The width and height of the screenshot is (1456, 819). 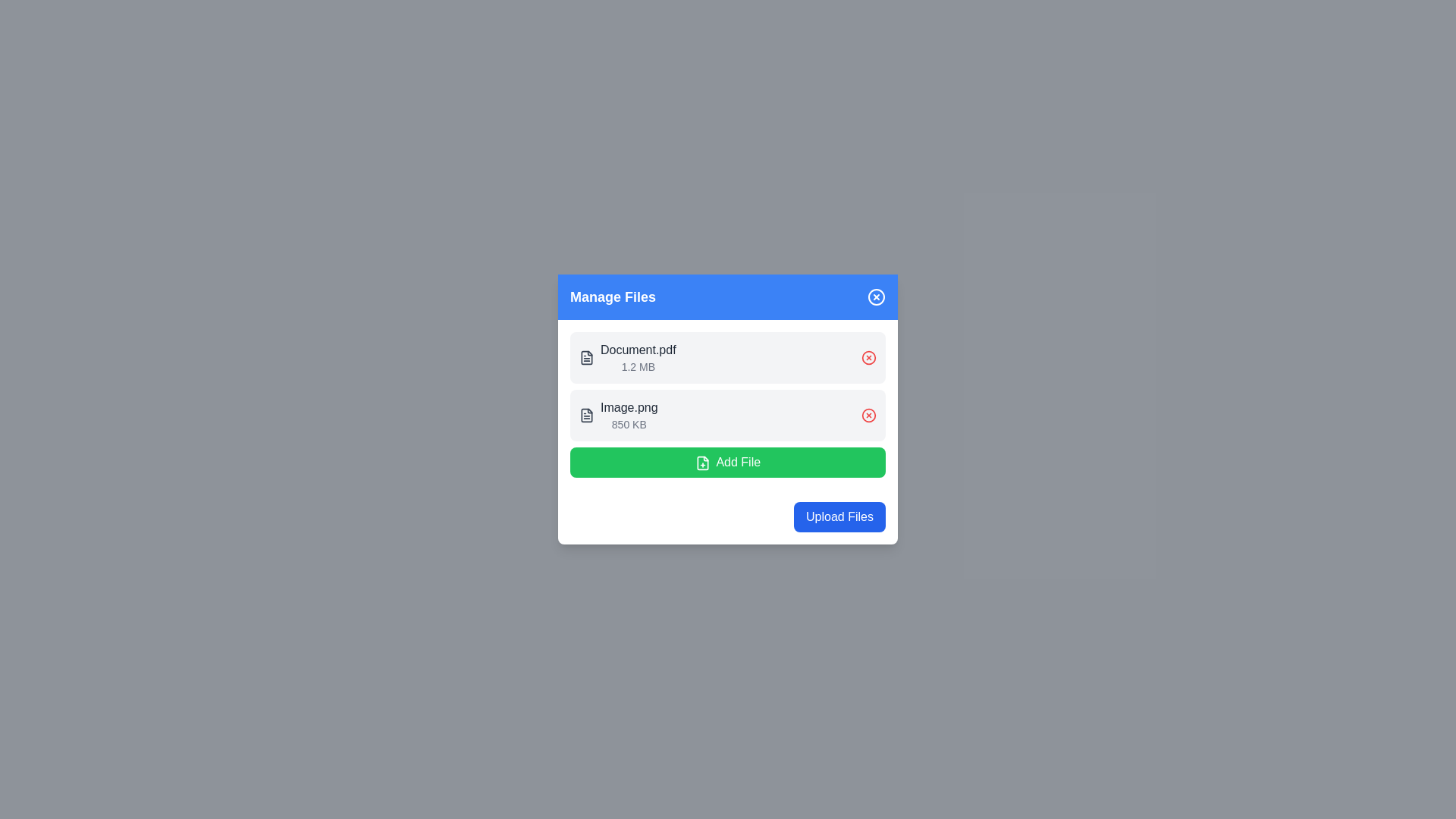 I want to click on the label displaying 'Document.pdf' with its file size '1.2 MB', which is positioned within the first entry of a list under 'Manage Files', to the right of the file icon, so click(x=627, y=357).